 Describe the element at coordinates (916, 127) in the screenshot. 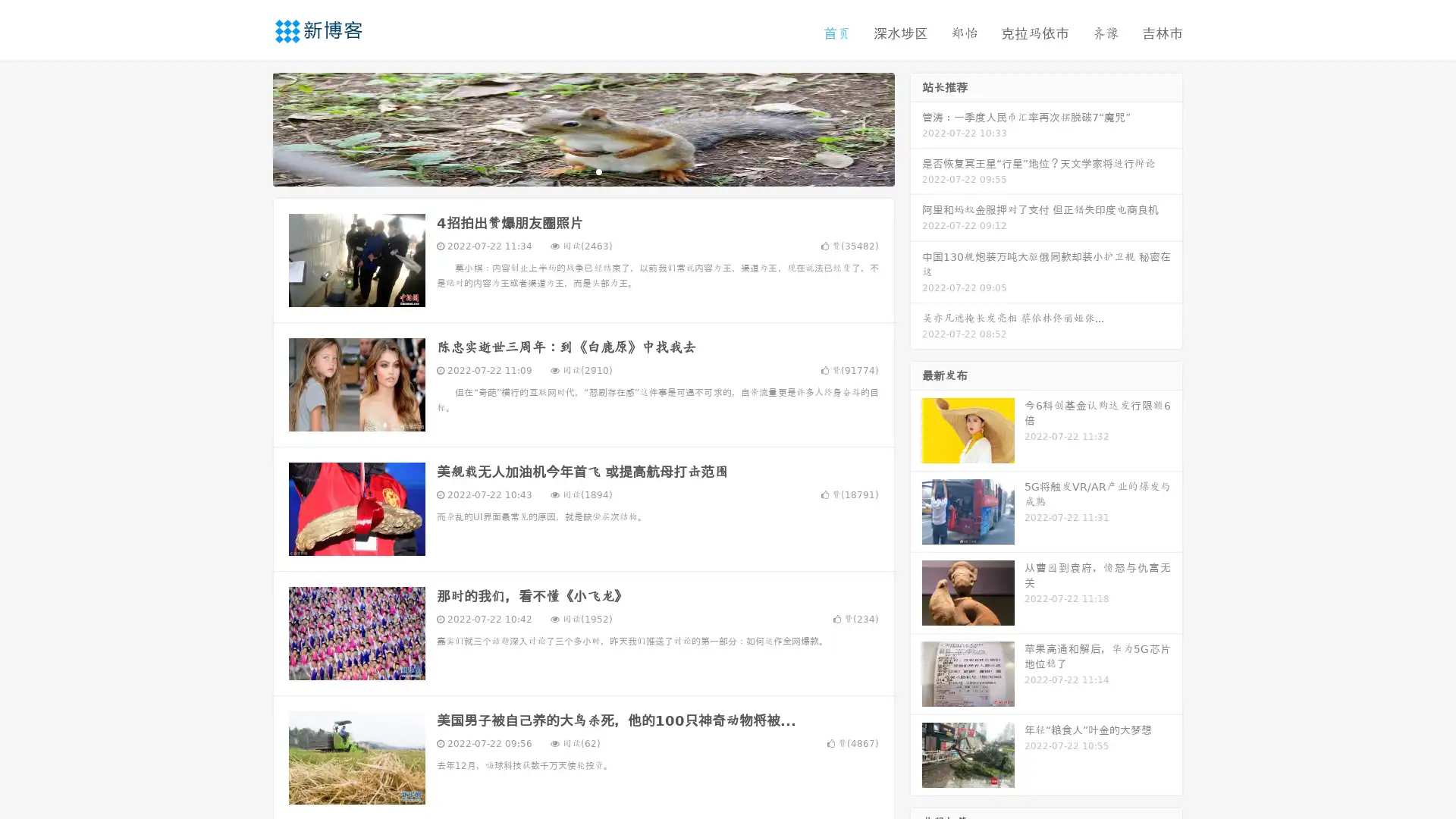

I see `Next slide` at that location.